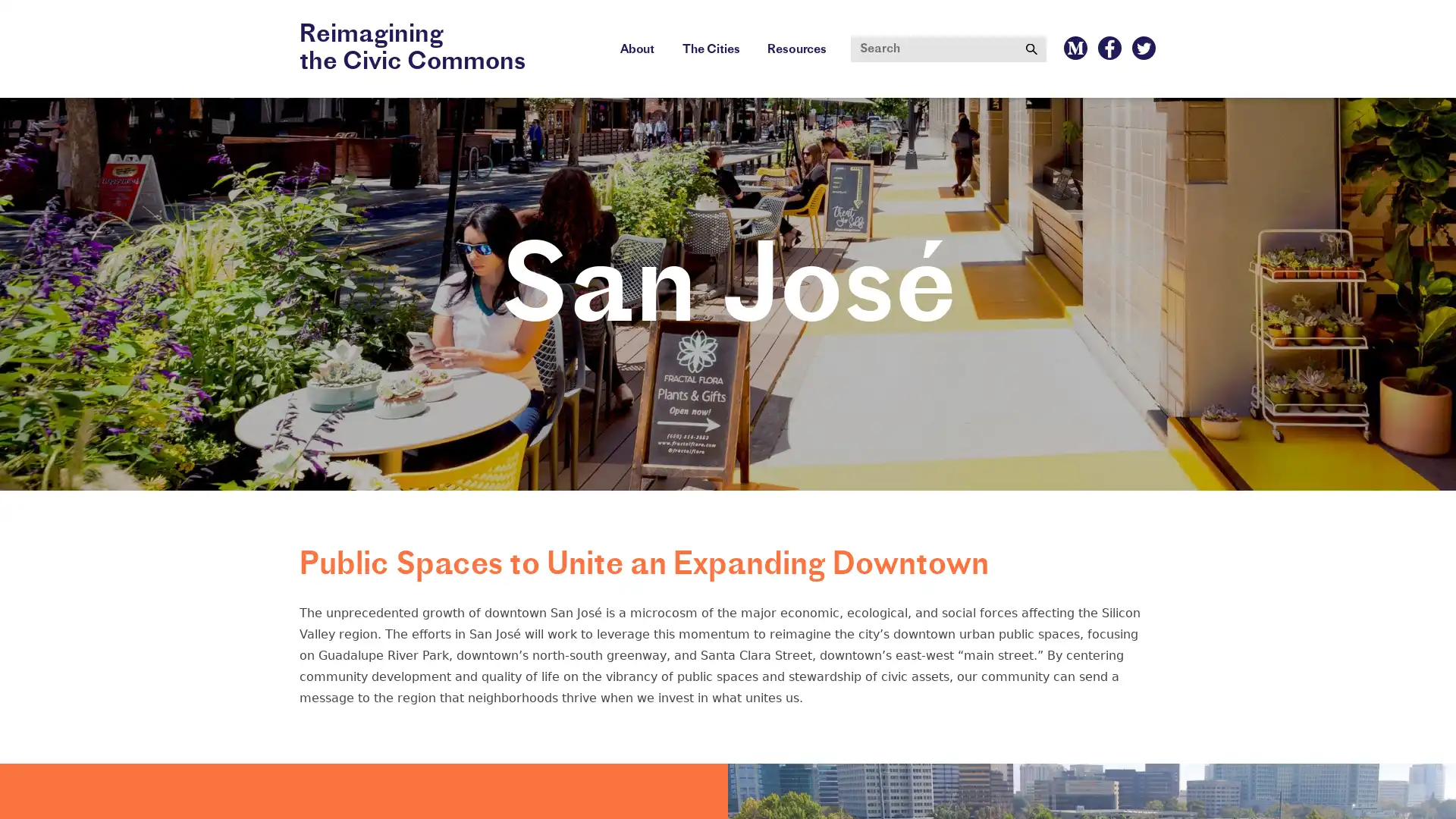 This screenshot has width=1456, height=819. I want to click on Submit, so click(1031, 48).